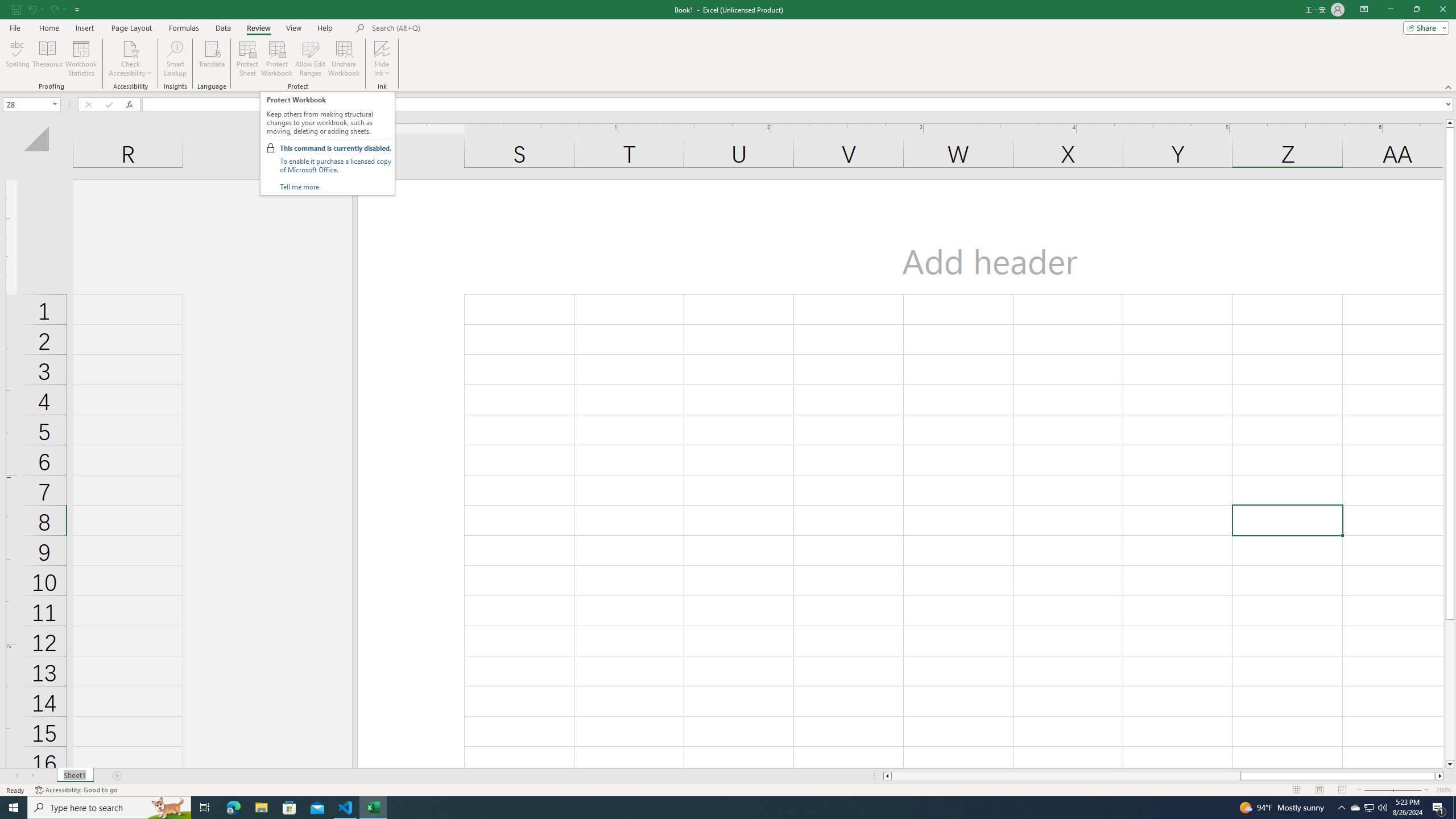 The height and width of the screenshot is (819, 1456). Describe the element at coordinates (175, 59) in the screenshot. I see `'Smart Lookup'` at that location.